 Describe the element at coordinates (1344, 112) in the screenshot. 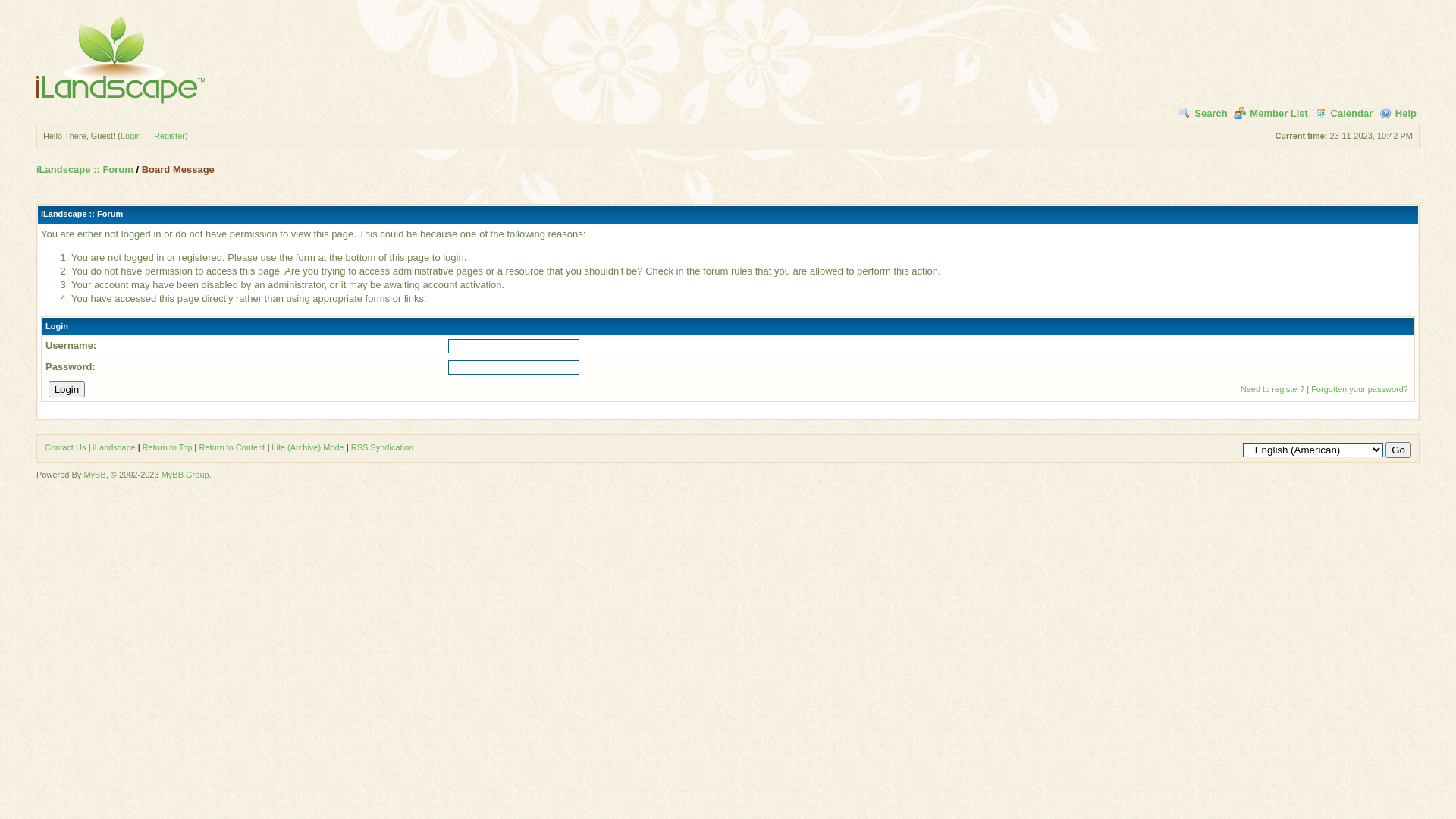

I see `'Calendar'` at that location.